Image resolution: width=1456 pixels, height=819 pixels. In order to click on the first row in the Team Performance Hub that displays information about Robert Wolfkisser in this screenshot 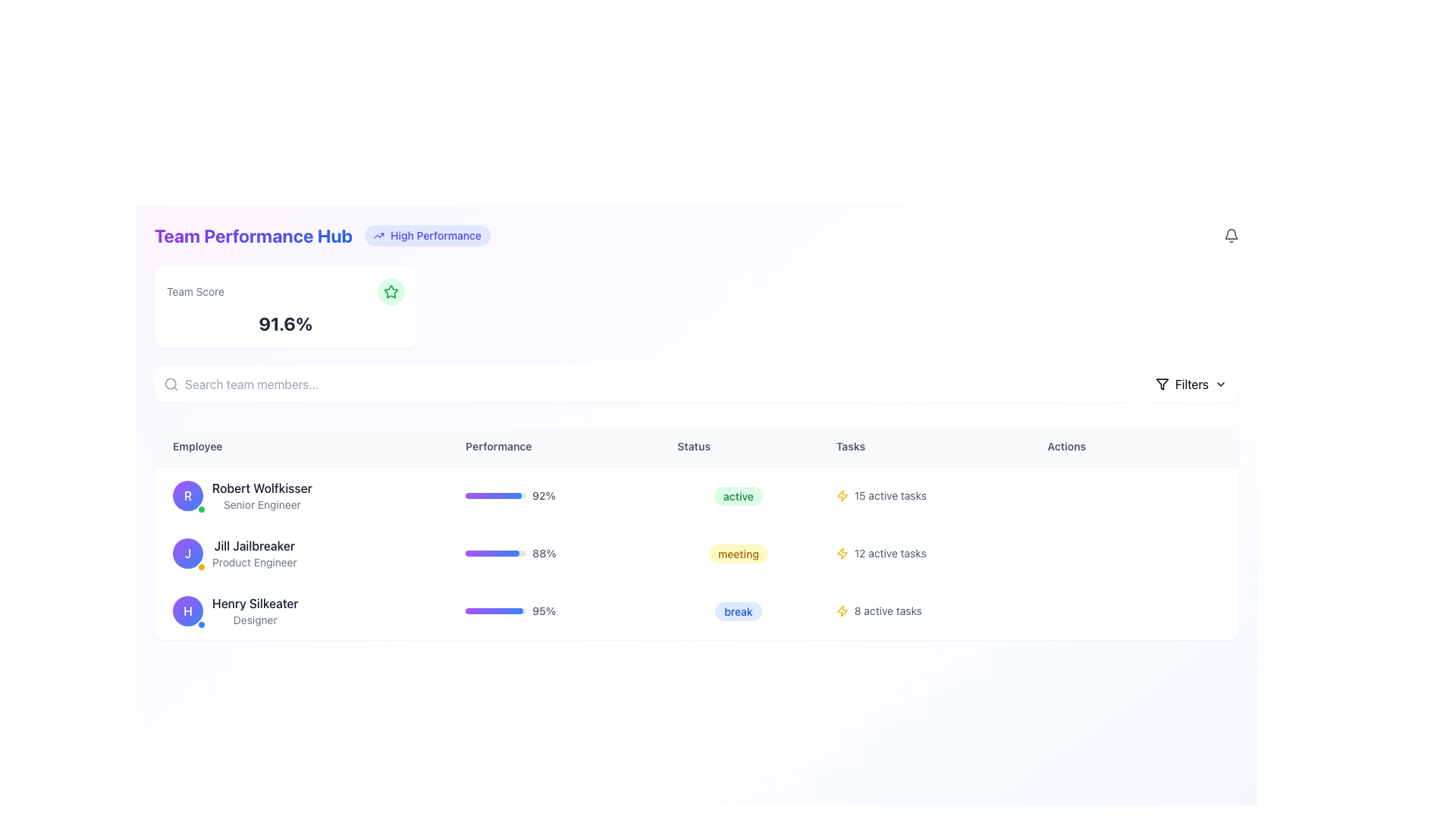, I will do `click(695, 495)`.